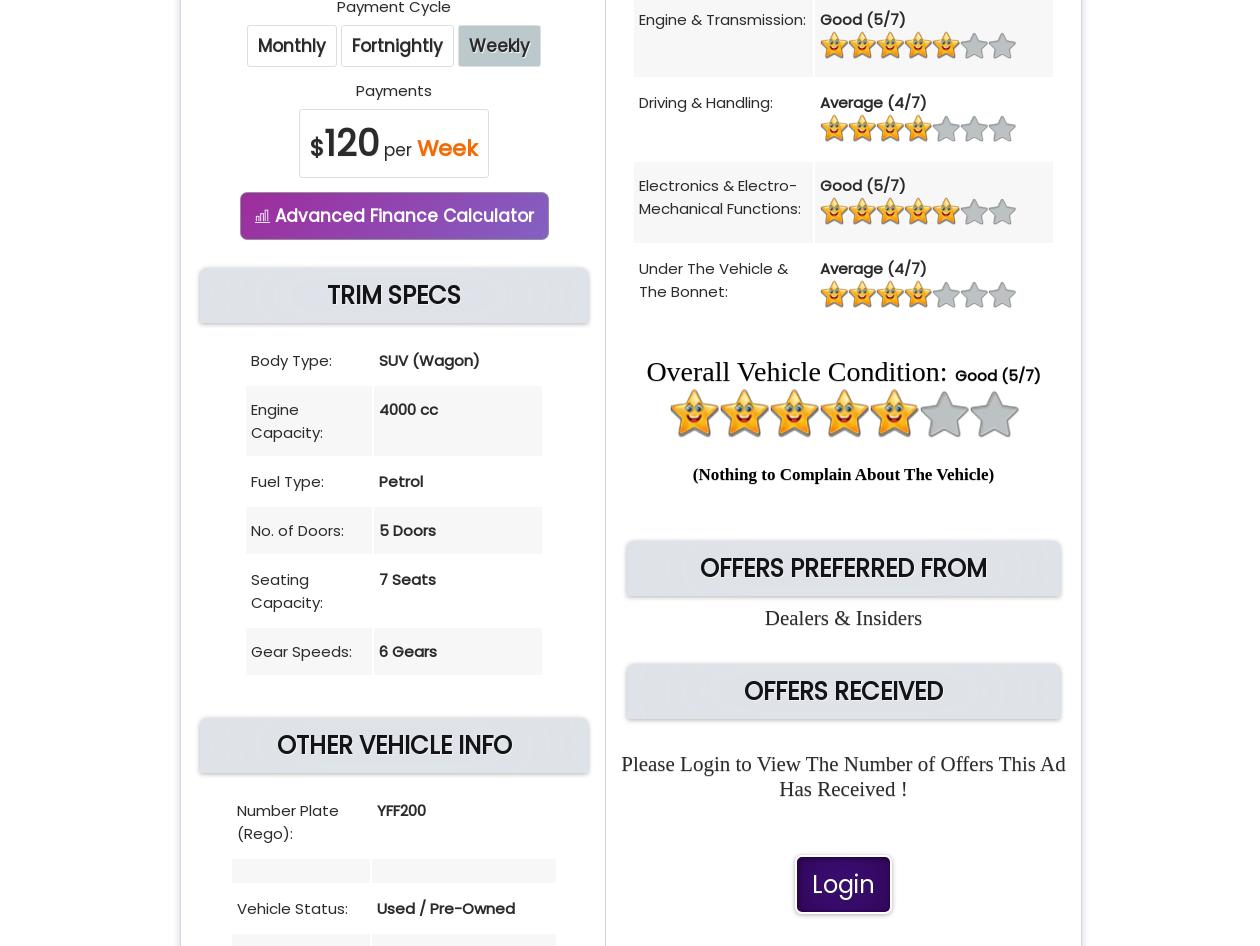 This screenshot has width=1260, height=946. What do you see at coordinates (446, 907) in the screenshot?
I see `'Used / Pre-Owned'` at bounding box center [446, 907].